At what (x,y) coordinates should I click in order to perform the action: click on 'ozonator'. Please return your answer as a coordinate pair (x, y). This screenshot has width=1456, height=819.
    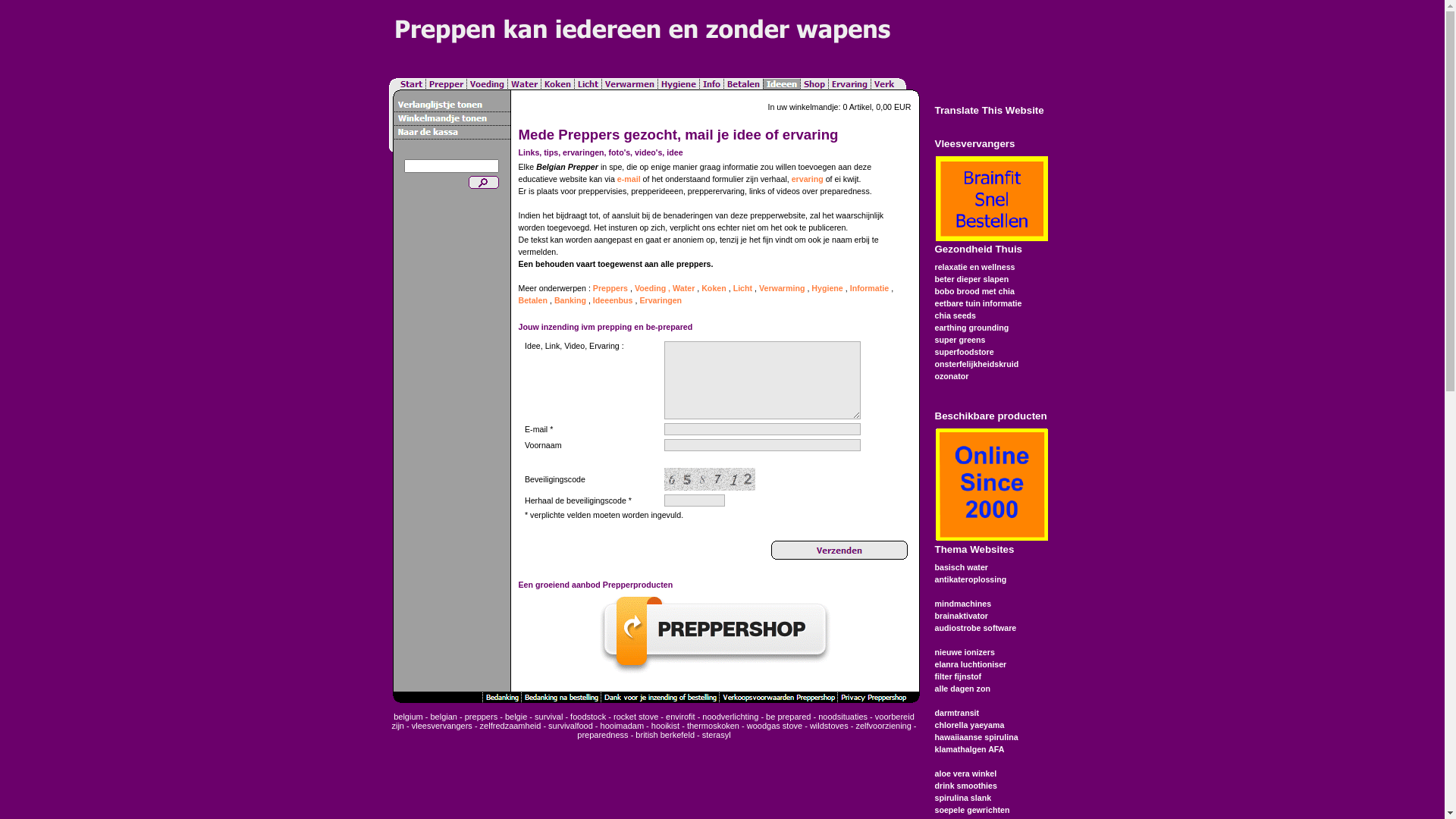
    Looking at the image, I should click on (950, 375).